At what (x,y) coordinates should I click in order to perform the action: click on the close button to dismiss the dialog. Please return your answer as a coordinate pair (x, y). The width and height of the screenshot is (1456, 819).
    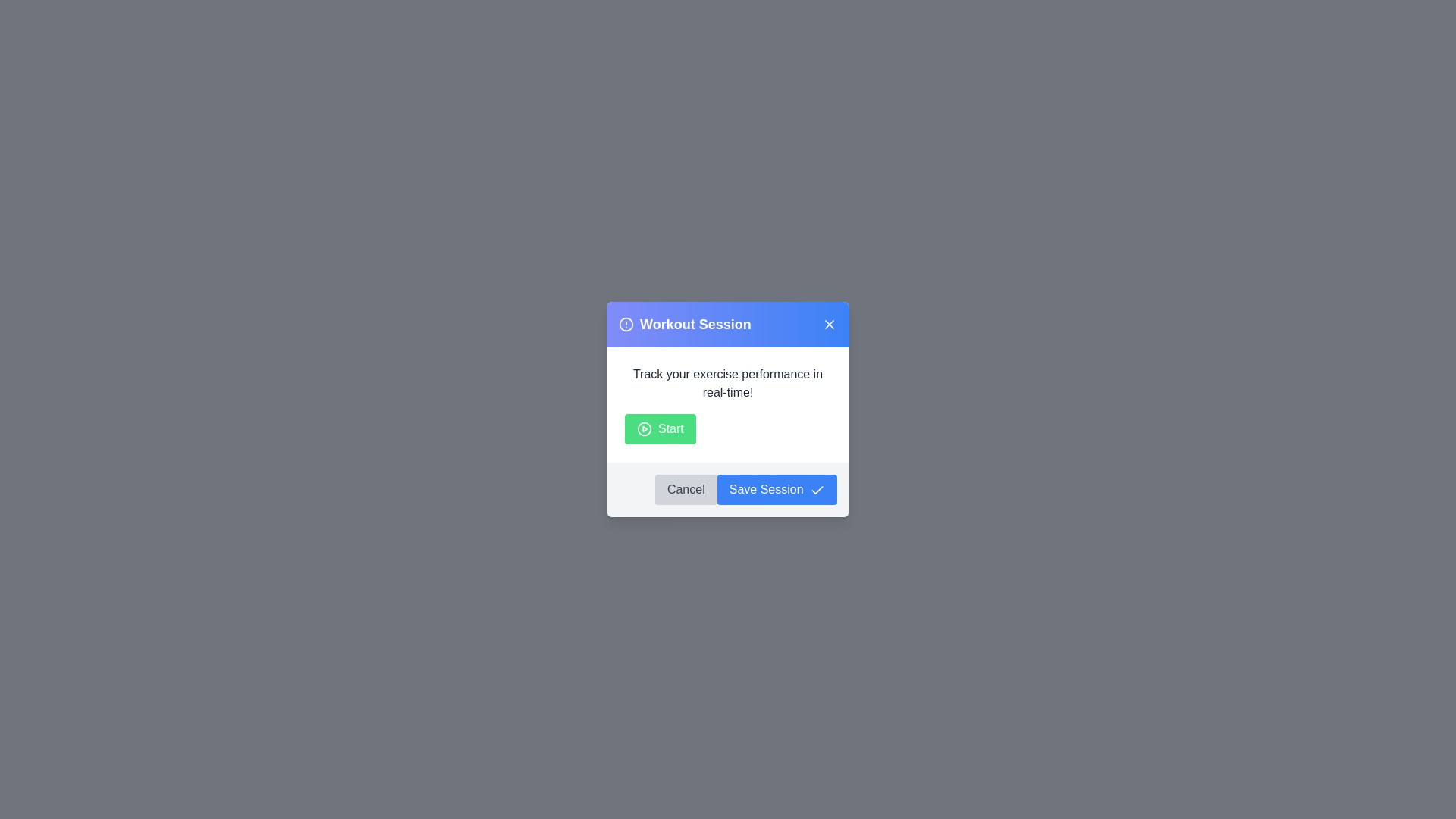
    Looking at the image, I should click on (829, 324).